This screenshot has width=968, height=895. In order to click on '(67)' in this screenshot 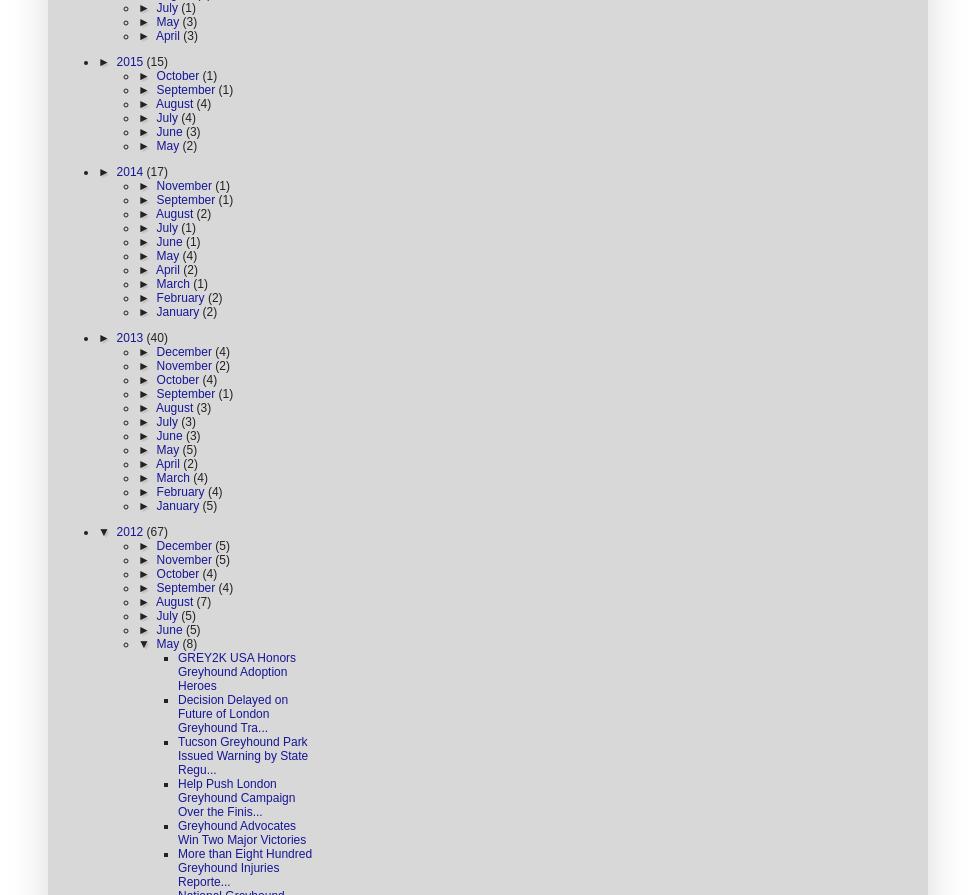, I will do `click(155, 530)`.